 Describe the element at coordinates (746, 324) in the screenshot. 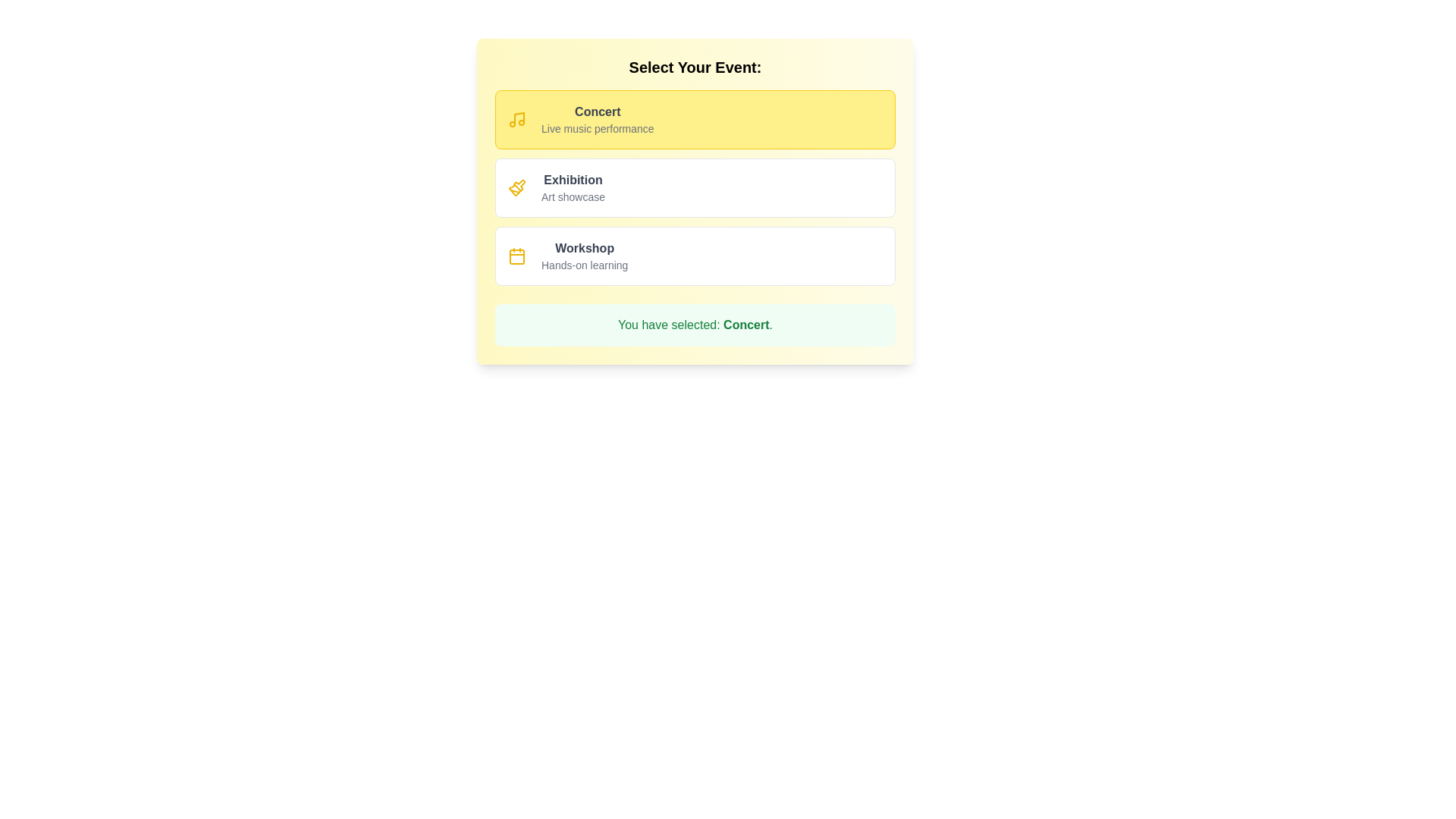

I see `the bold dark green text label 'Concert' which is part of the phrase 'You have selected: Concert.' framed by a light green background` at that location.